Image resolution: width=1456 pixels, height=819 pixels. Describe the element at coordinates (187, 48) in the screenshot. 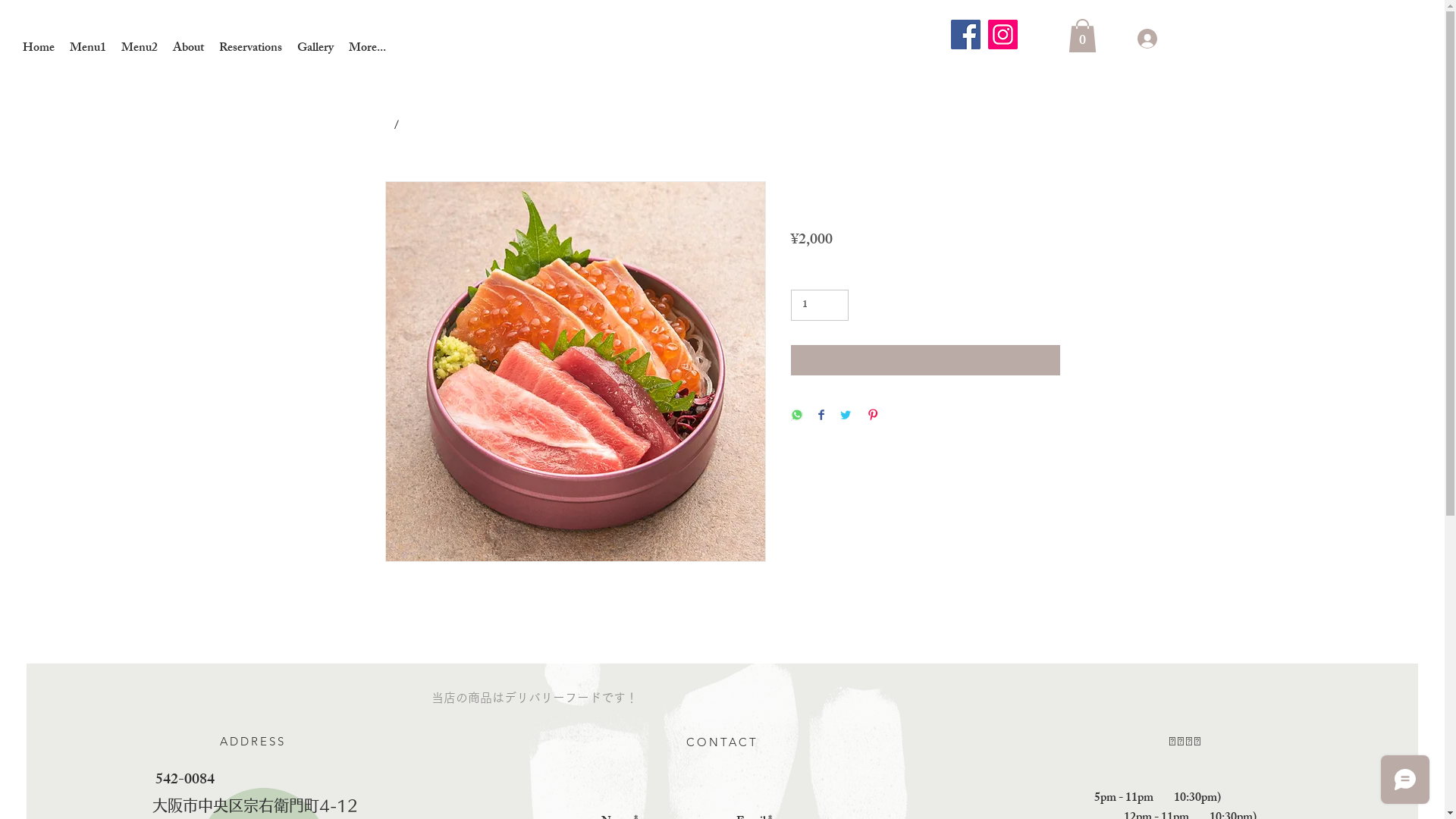

I see `'About'` at that location.